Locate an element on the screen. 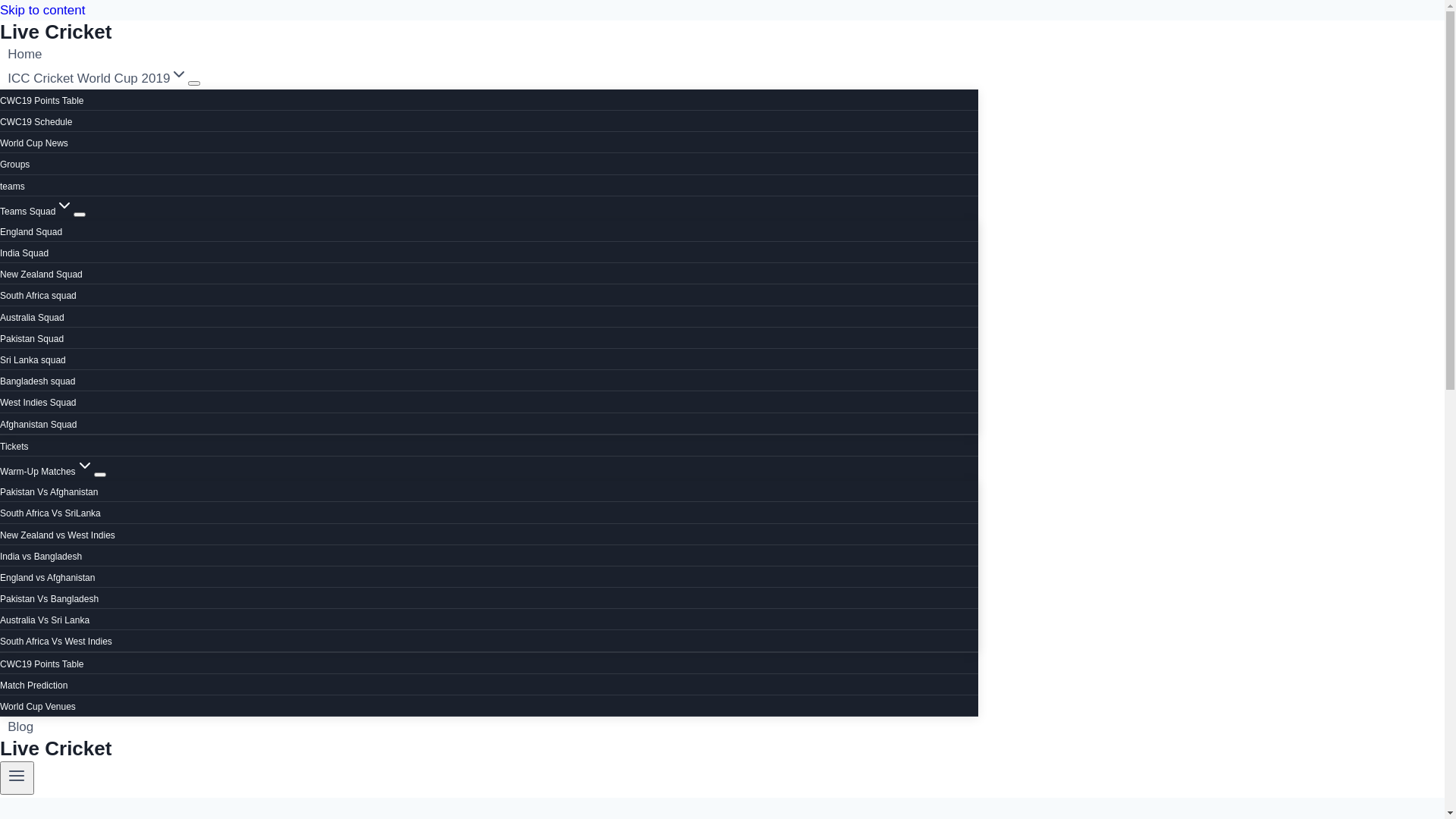 This screenshot has width=1456, height=819. 'South Africa squad' is located at coordinates (38, 295).